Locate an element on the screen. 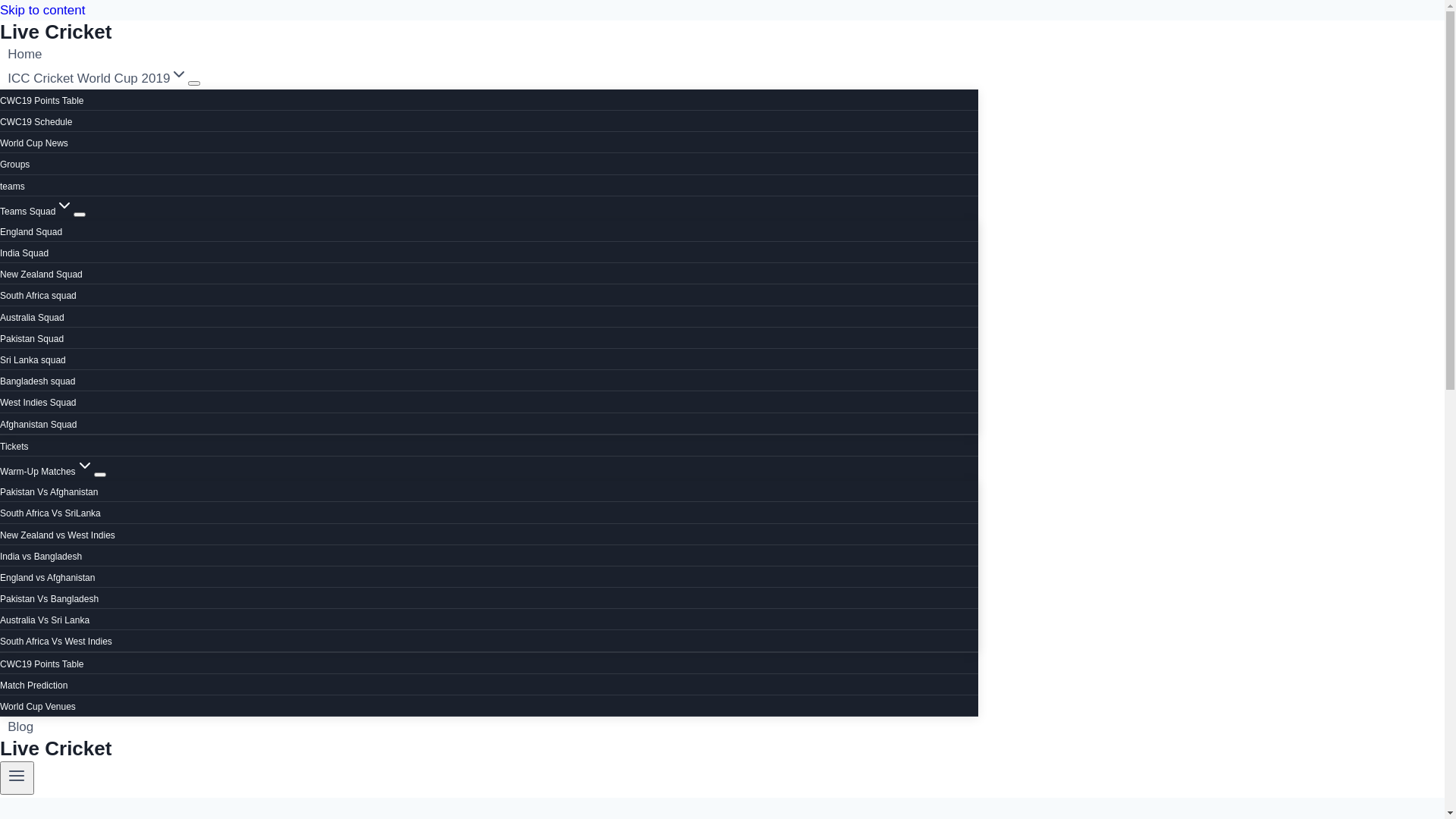 This screenshot has width=1456, height=819. 'South Africa squad' is located at coordinates (38, 295).